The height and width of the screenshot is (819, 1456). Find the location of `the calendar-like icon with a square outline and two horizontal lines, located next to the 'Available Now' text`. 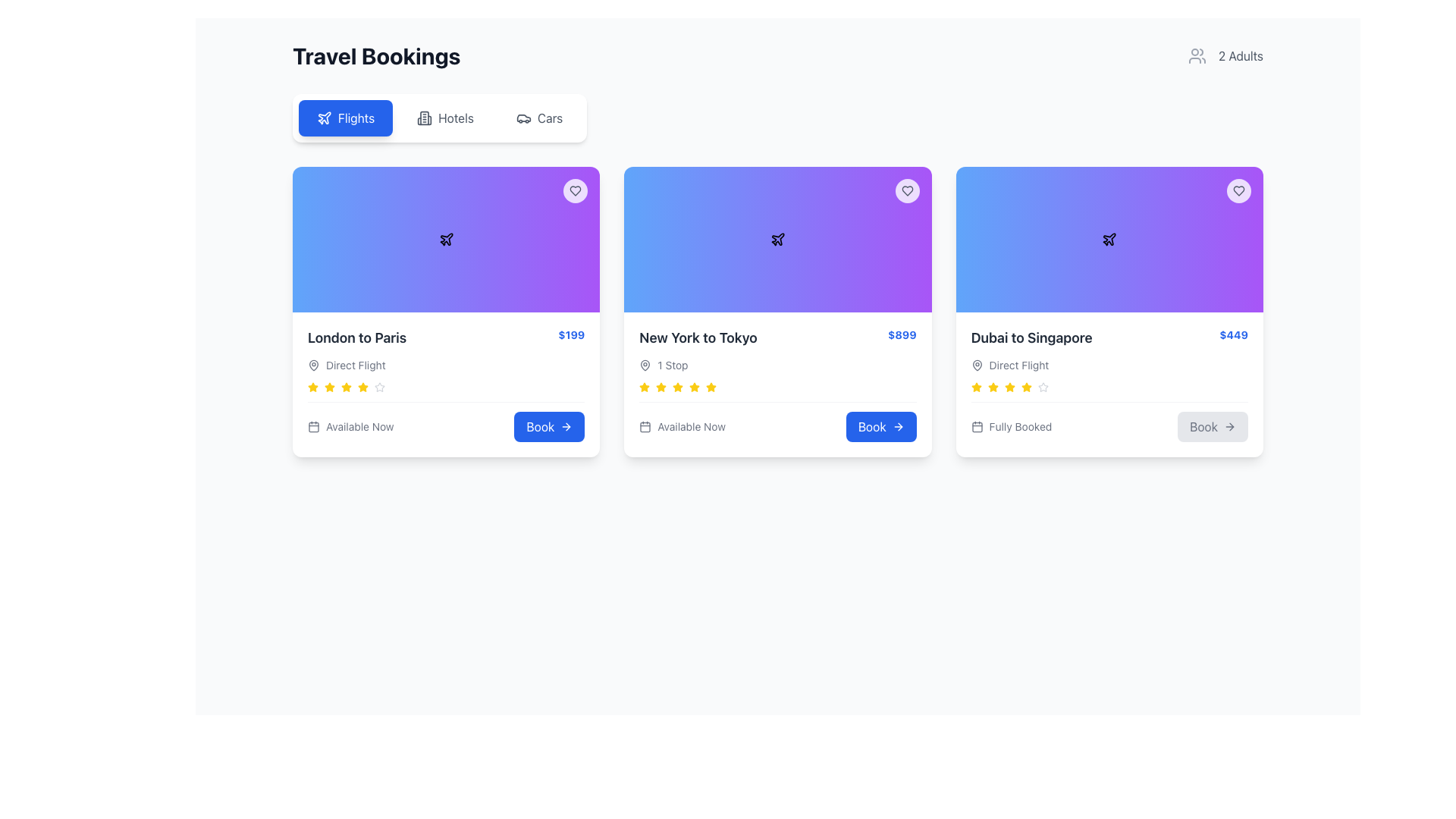

the calendar-like icon with a square outline and two horizontal lines, located next to the 'Available Now' text is located at coordinates (312, 427).